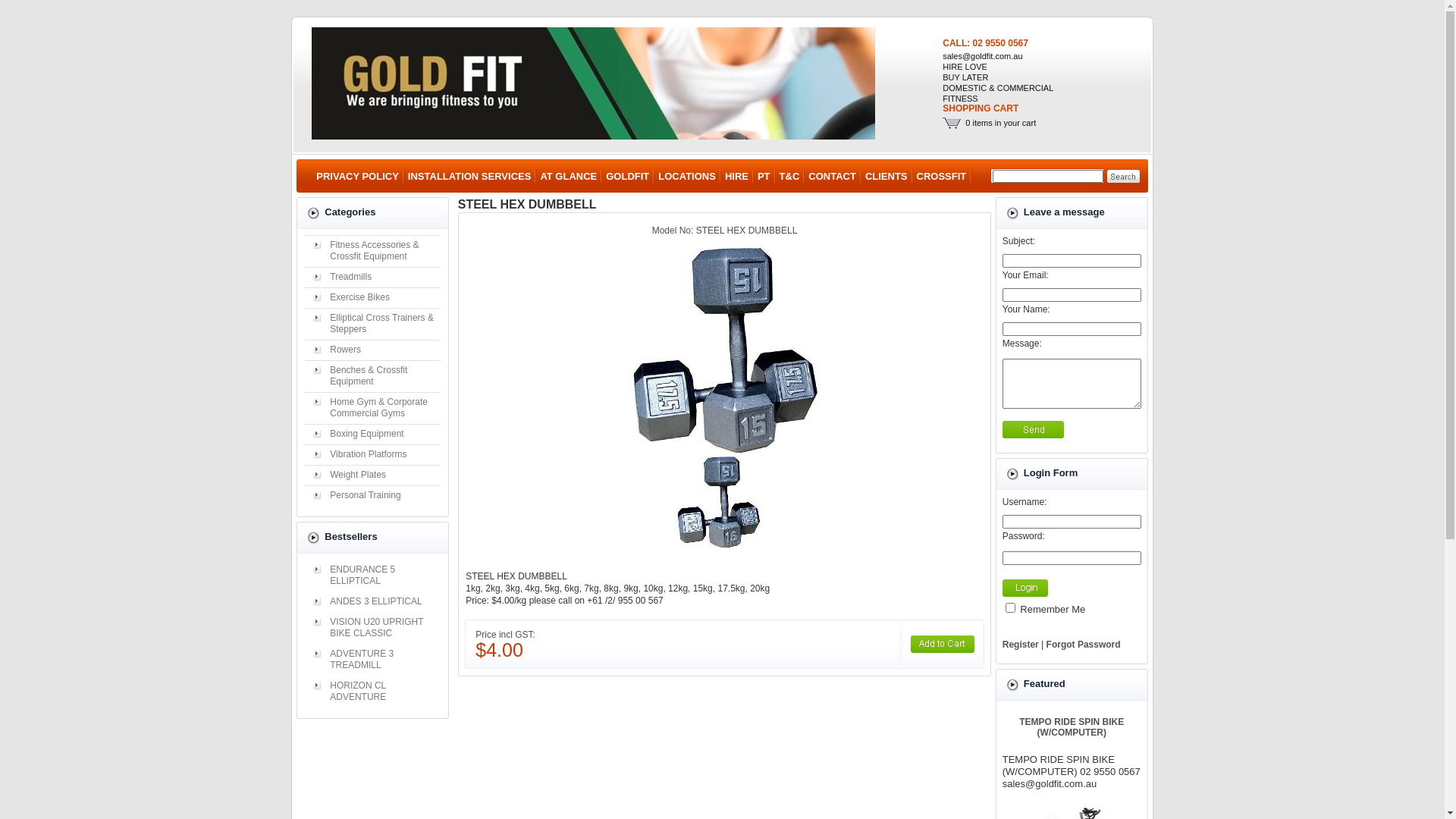 The width and height of the screenshot is (1456, 819). What do you see at coordinates (372, 323) in the screenshot?
I see `'Elliptical Cross Trainers & Steppers'` at bounding box center [372, 323].